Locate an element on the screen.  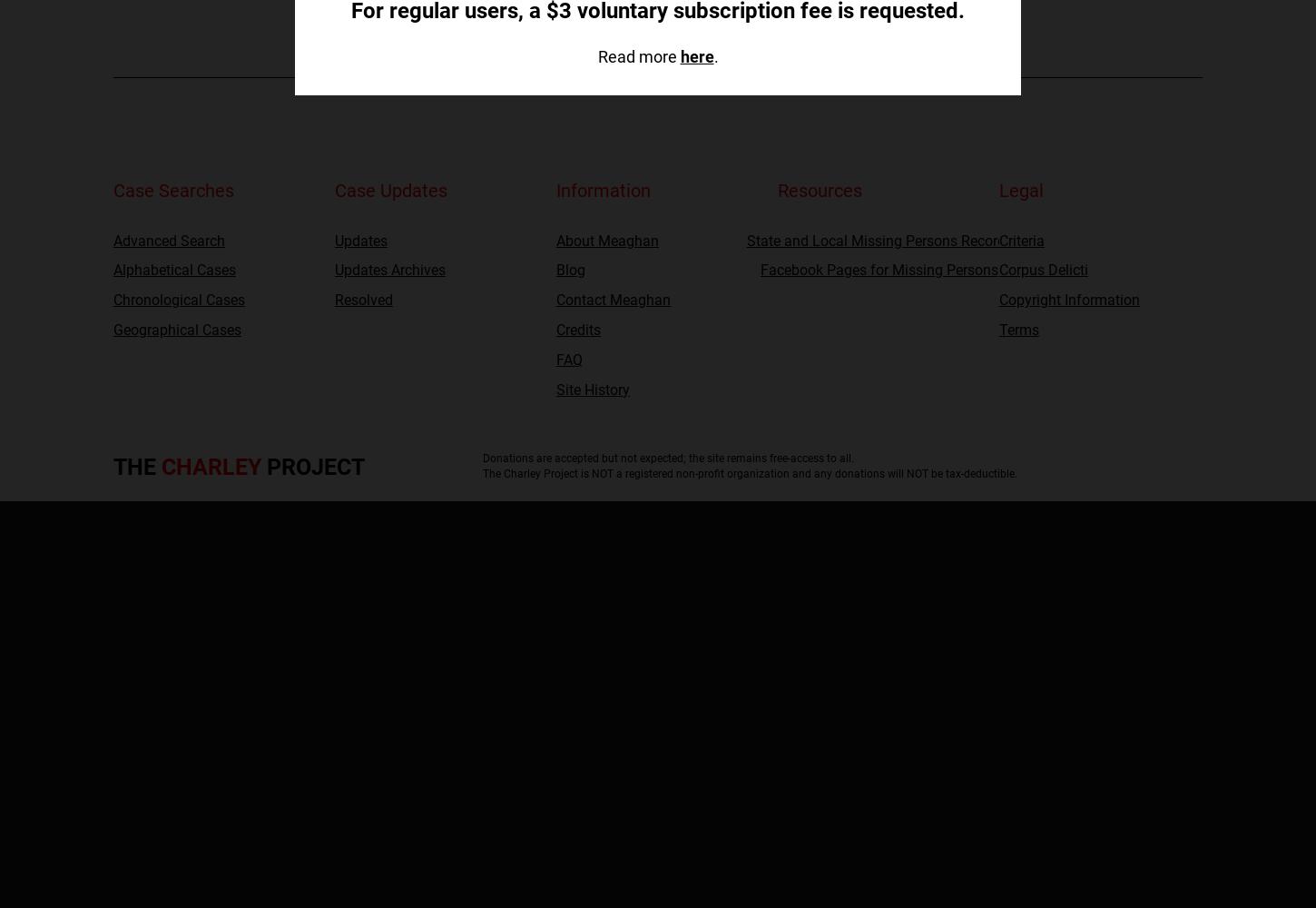
'.' is located at coordinates (715, 55).